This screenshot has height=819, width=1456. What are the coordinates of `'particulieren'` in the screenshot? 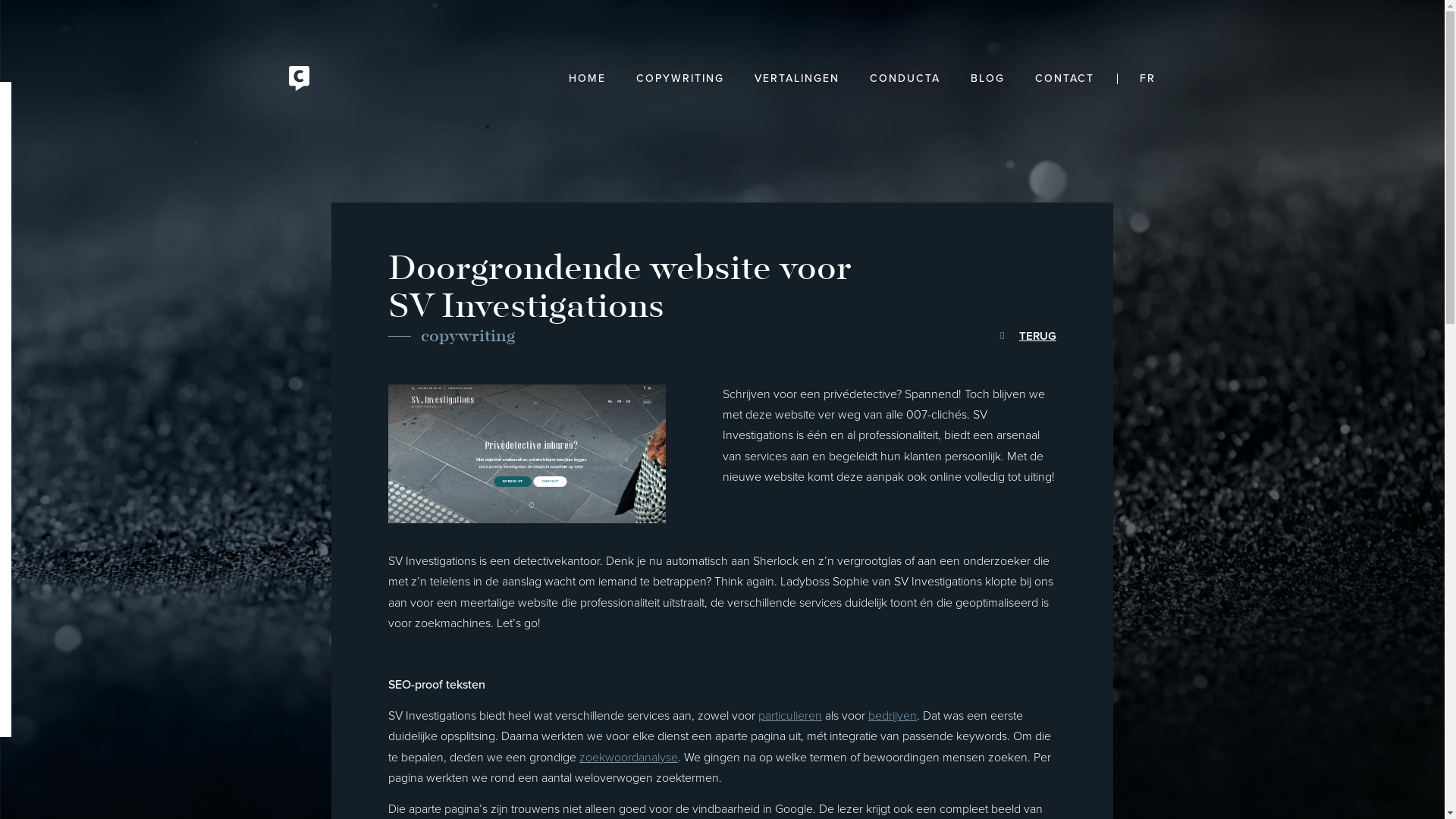 It's located at (789, 716).